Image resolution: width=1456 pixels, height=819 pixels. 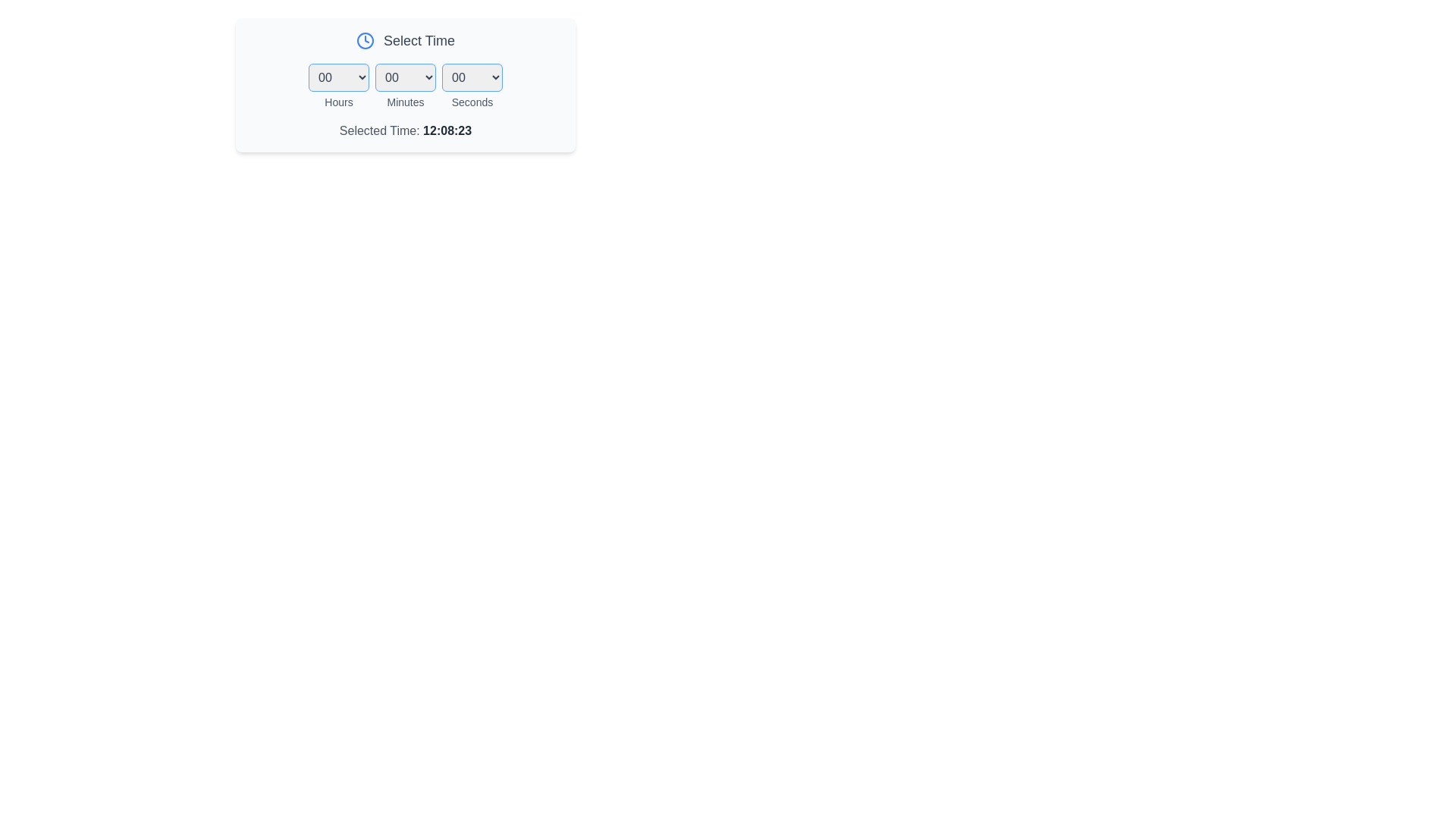 I want to click on the 'Seconds' dropdown menu, so click(x=472, y=77).